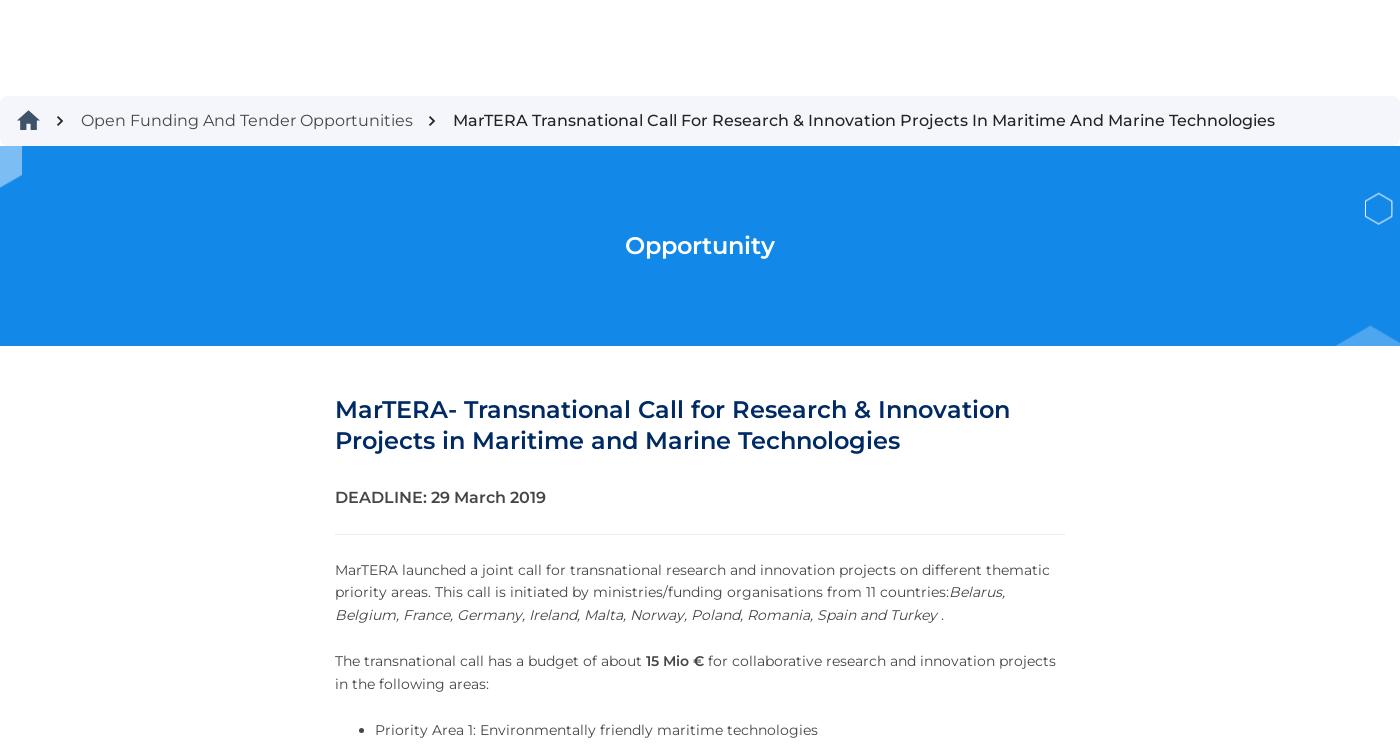 Image resolution: width=1400 pixels, height=753 pixels. I want to click on 'Mission of the ECCP', so click(32, 415).